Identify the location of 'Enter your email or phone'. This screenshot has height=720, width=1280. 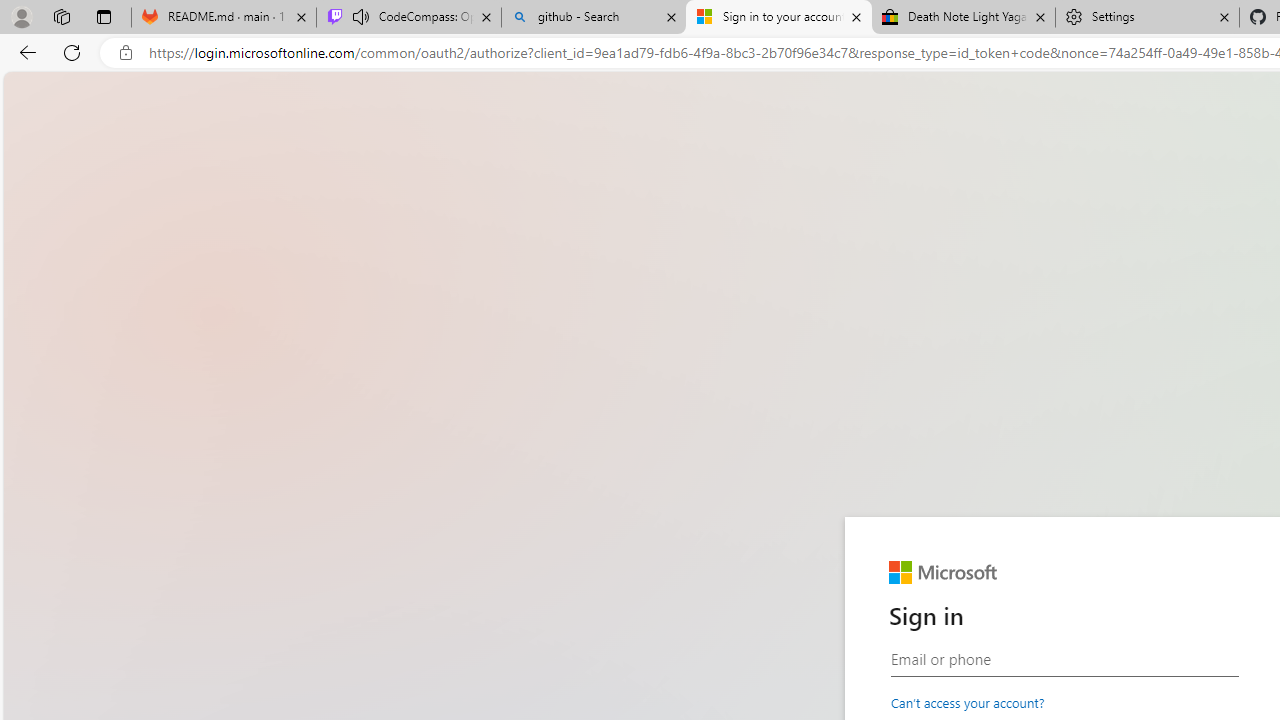
(1063, 659).